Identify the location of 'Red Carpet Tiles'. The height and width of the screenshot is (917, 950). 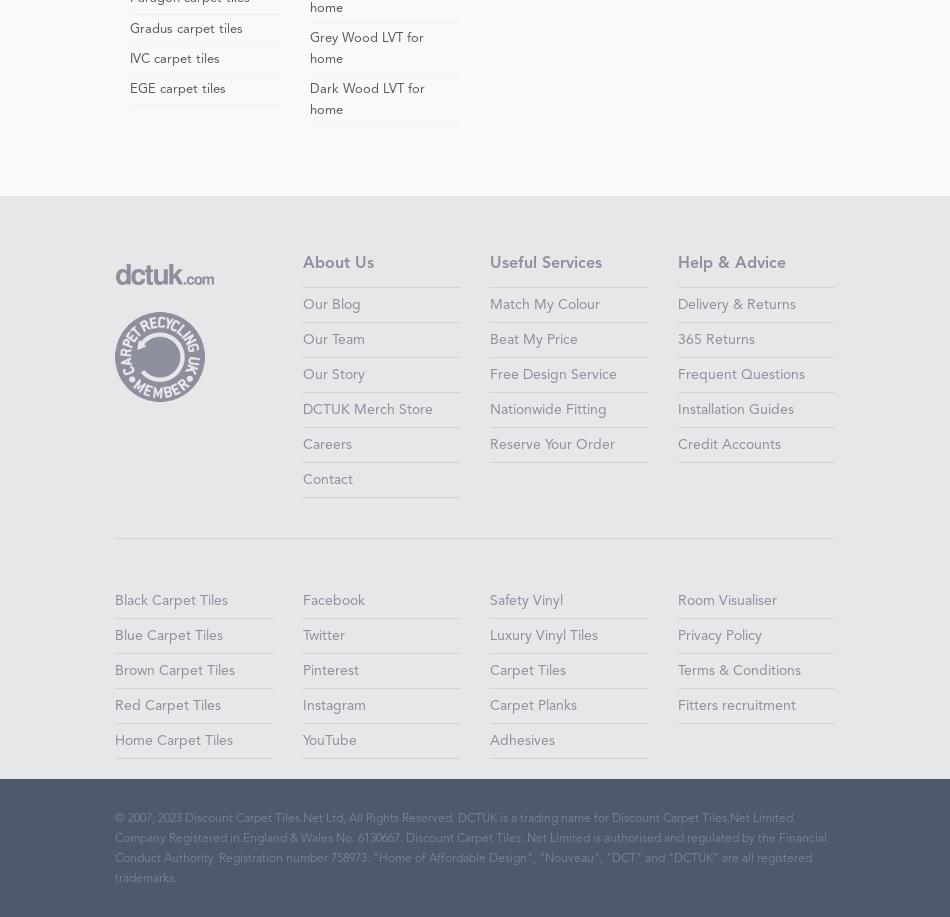
(167, 705).